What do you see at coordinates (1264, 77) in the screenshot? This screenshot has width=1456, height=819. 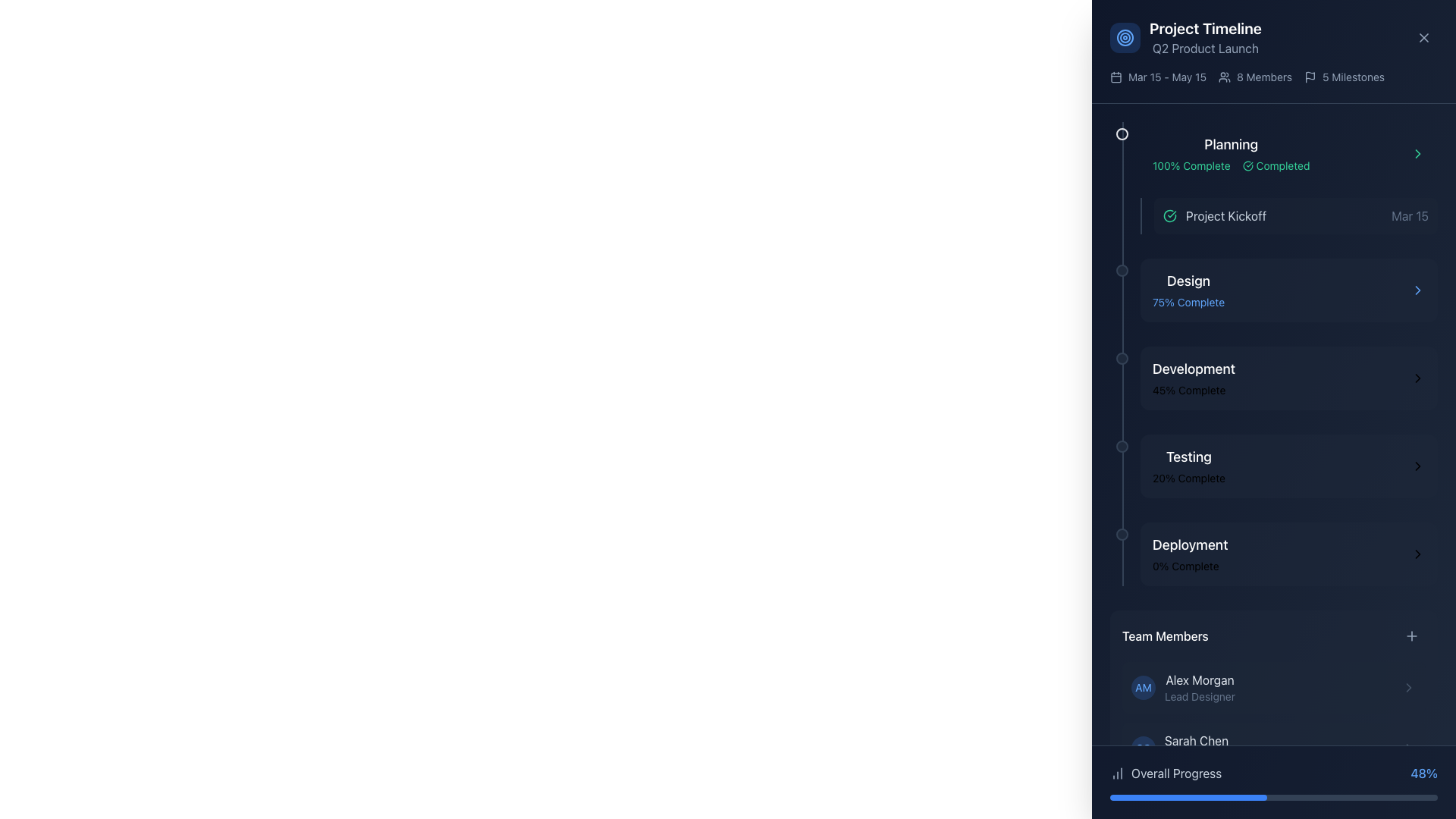 I see `the text label that indicates the count of members linked to the project, located near the top-right corner of the interface` at bounding box center [1264, 77].